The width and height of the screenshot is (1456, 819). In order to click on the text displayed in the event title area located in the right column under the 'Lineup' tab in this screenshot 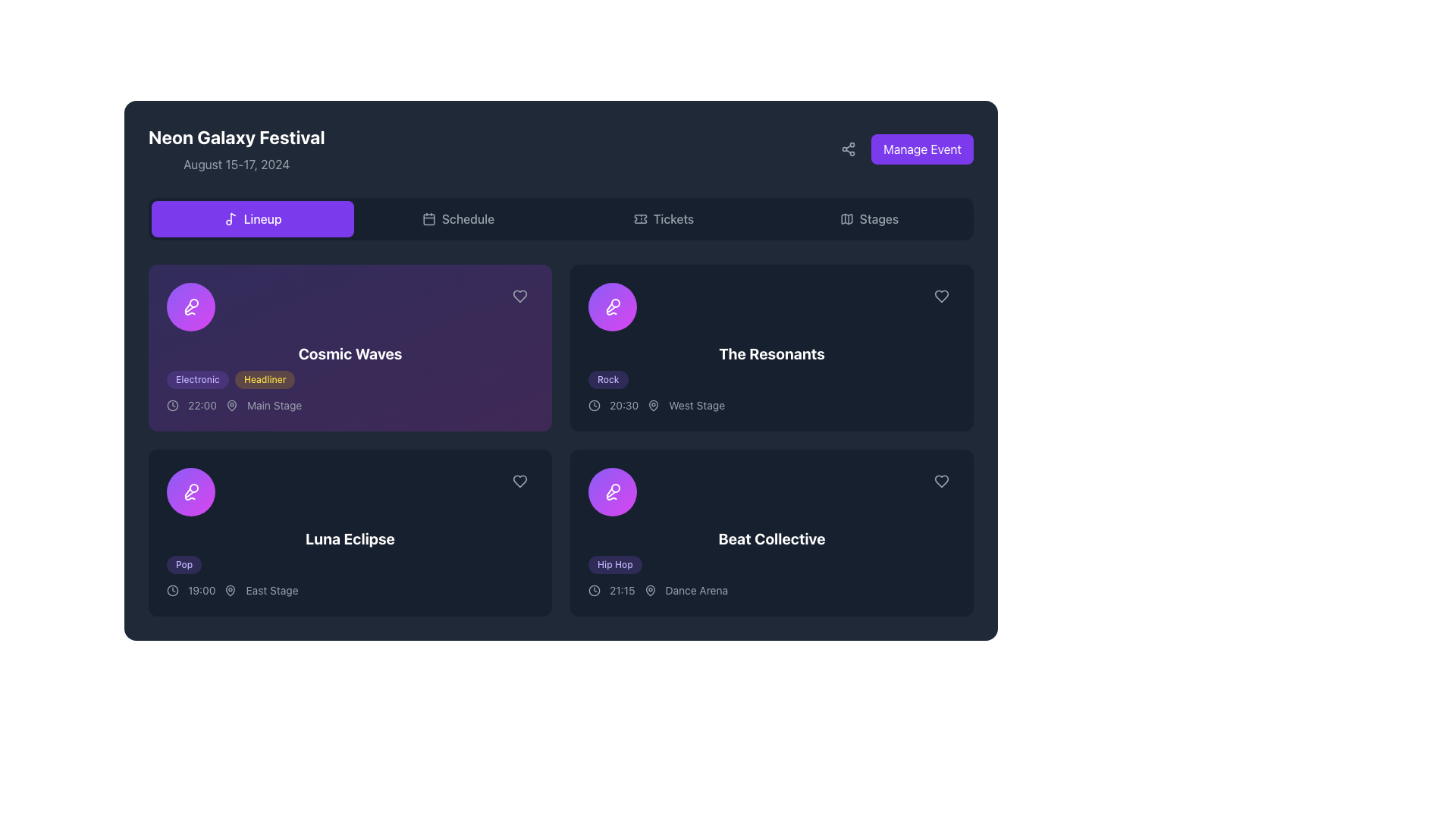, I will do `click(771, 353)`.